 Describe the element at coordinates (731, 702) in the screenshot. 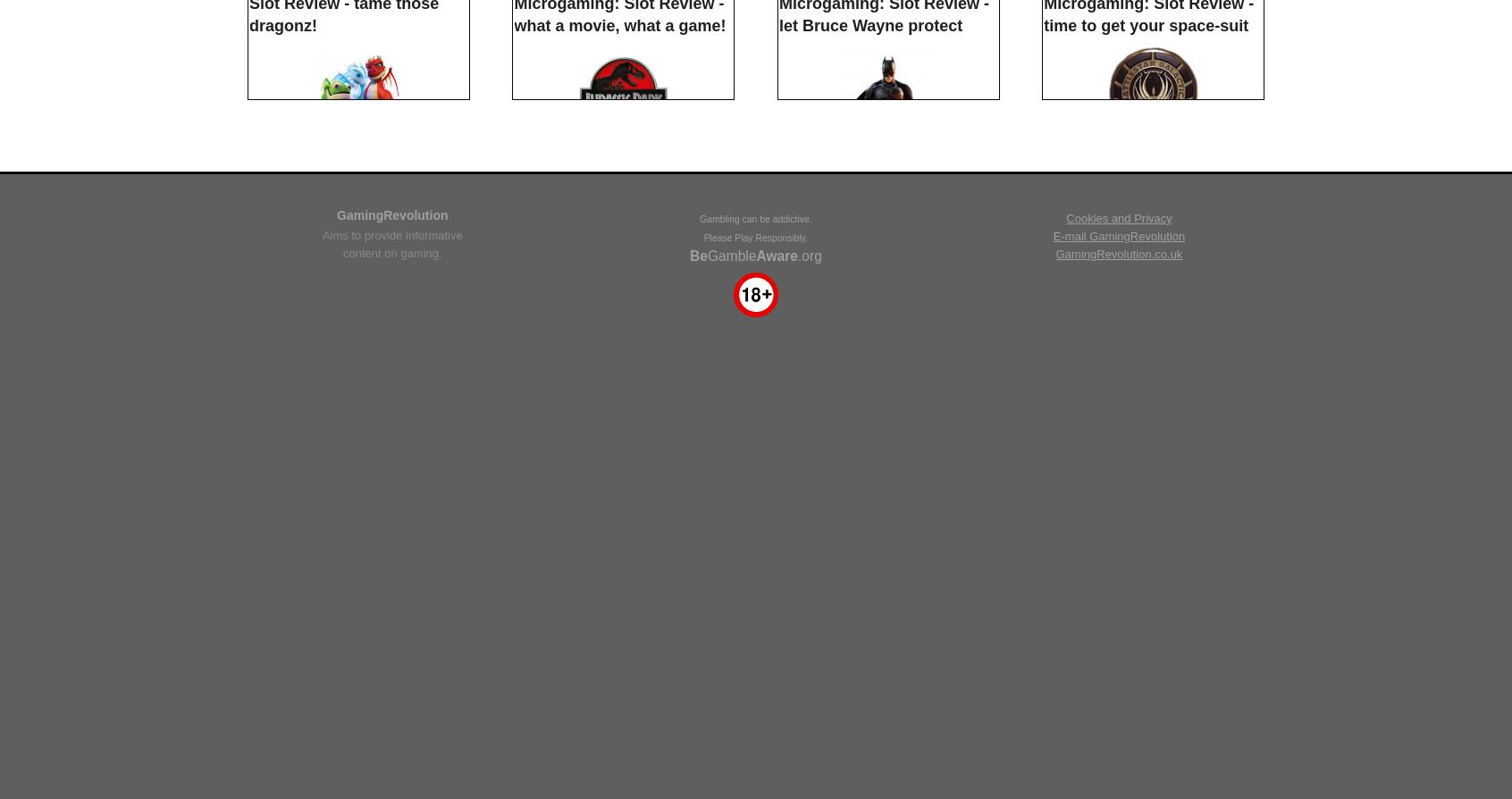

I see `'Gamble'` at that location.